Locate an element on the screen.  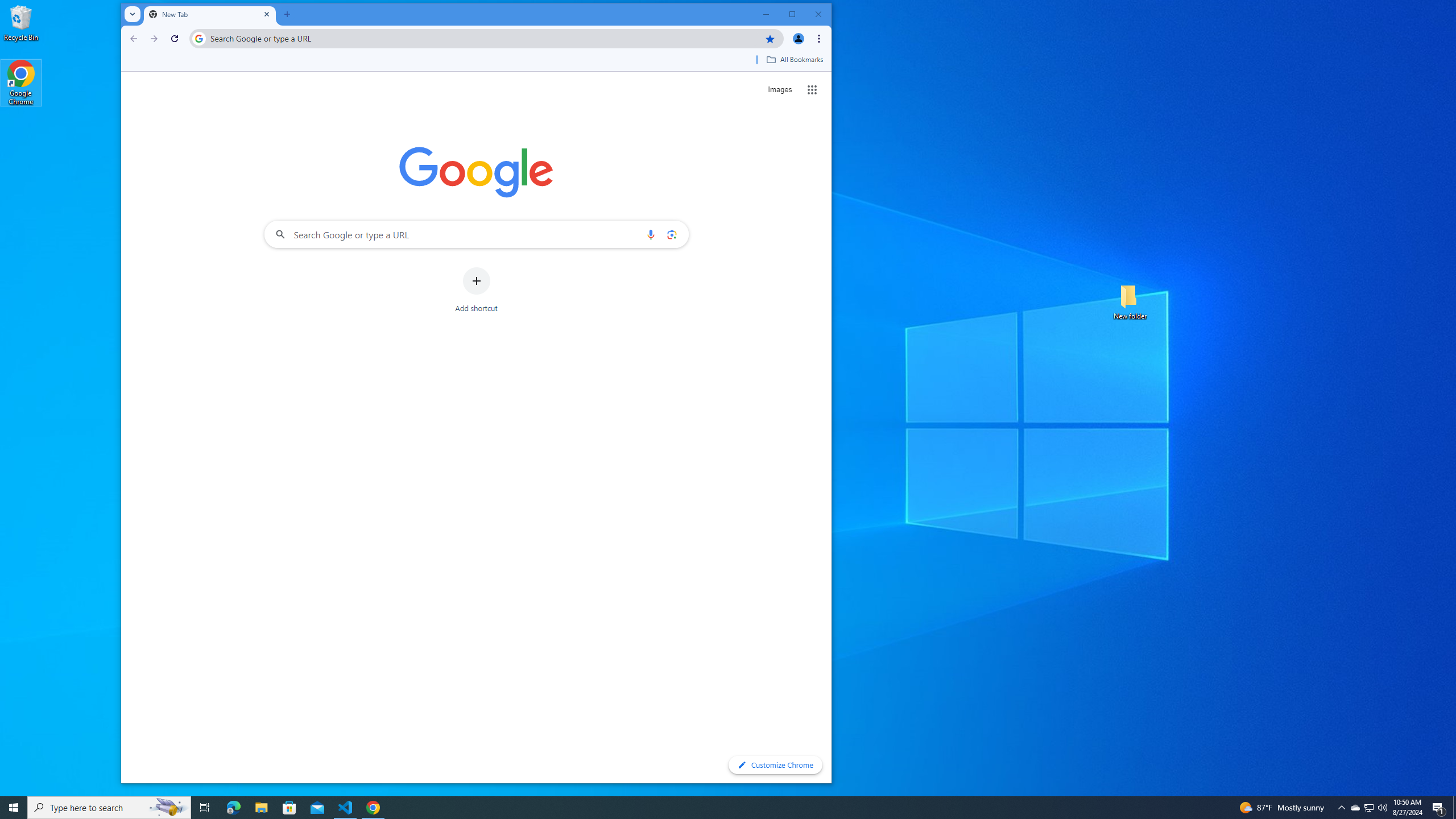
'New folder' is located at coordinates (1130, 300).